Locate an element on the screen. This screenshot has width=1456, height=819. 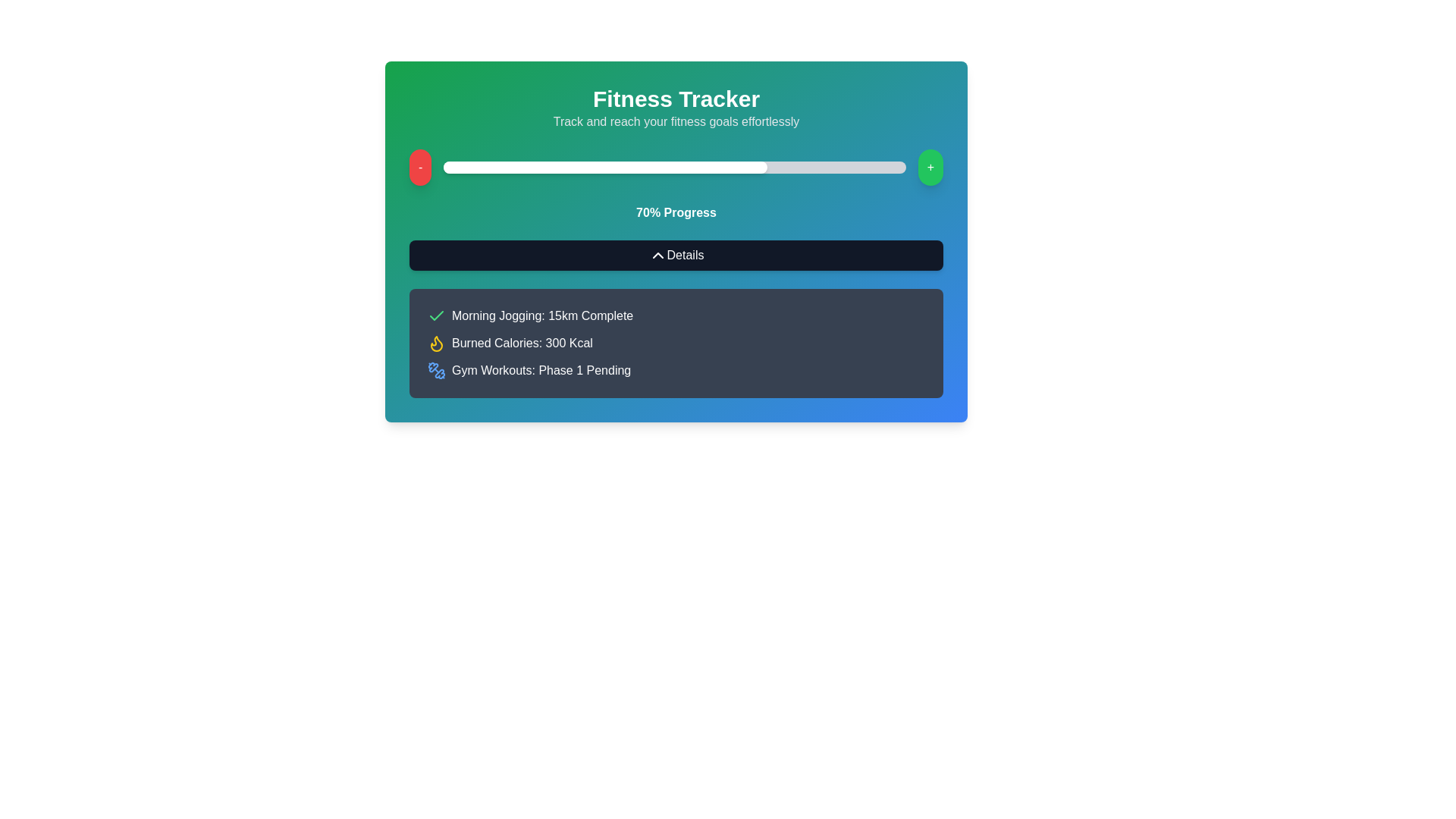
progress is located at coordinates (604, 167).